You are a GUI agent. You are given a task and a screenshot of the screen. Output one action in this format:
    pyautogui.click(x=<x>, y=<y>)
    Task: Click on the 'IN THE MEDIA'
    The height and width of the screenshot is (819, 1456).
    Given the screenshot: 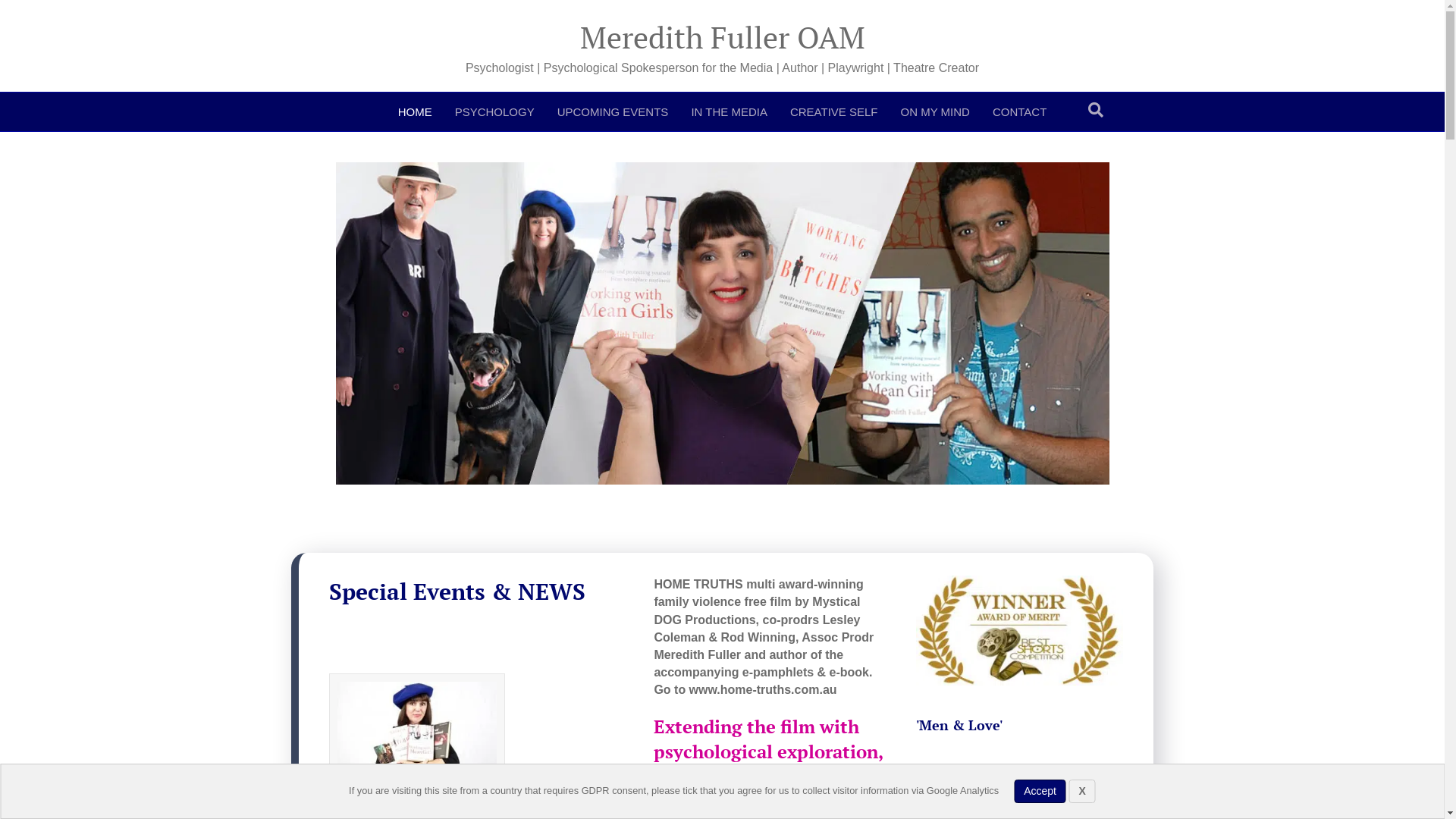 What is the action you would take?
    pyautogui.click(x=729, y=111)
    